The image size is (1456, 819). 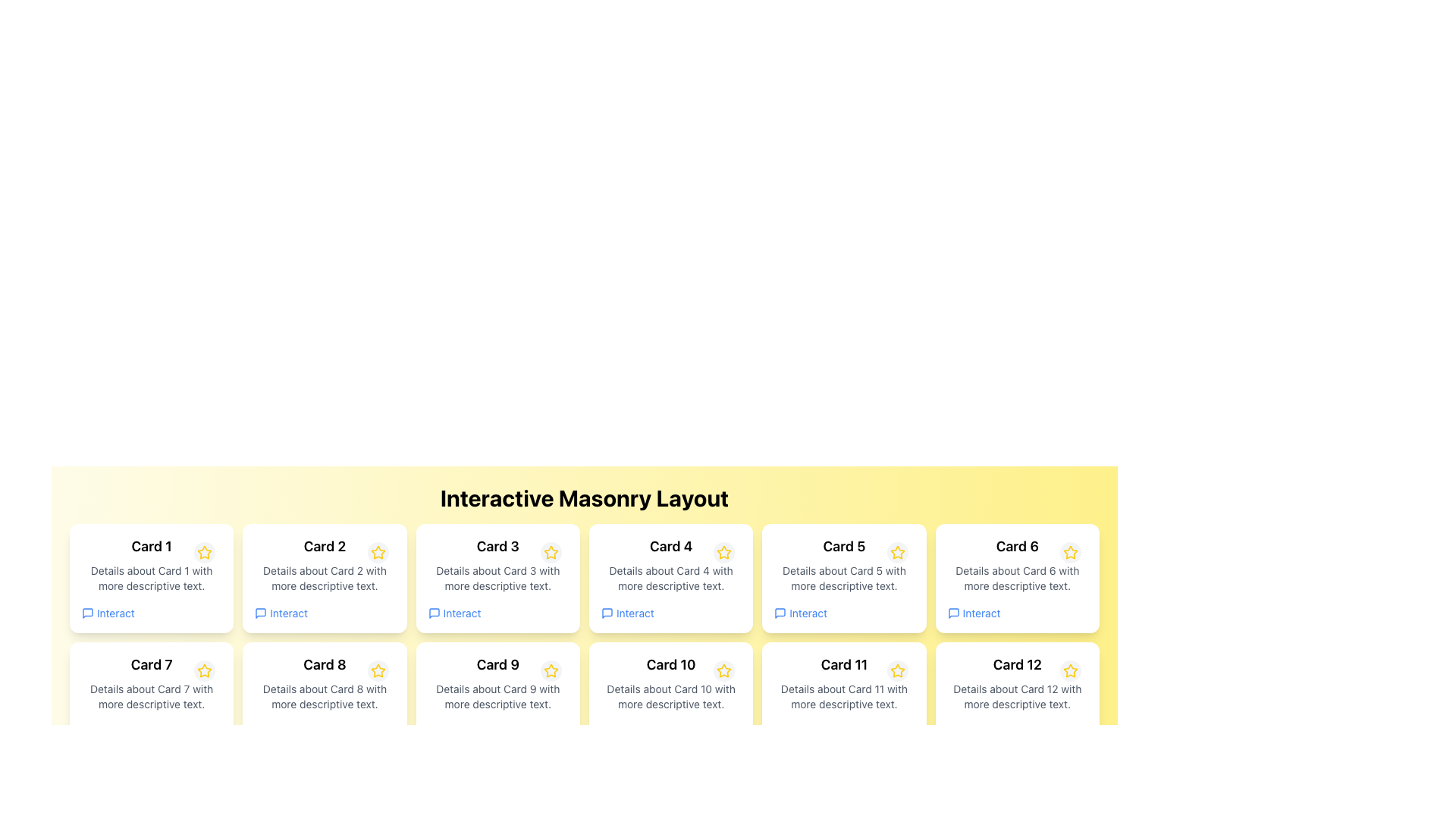 What do you see at coordinates (497, 664) in the screenshot?
I see `the text label serving as the title for 'Card 9', located in the center header of the card in the second row, first column of the masonry layout` at bounding box center [497, 664].